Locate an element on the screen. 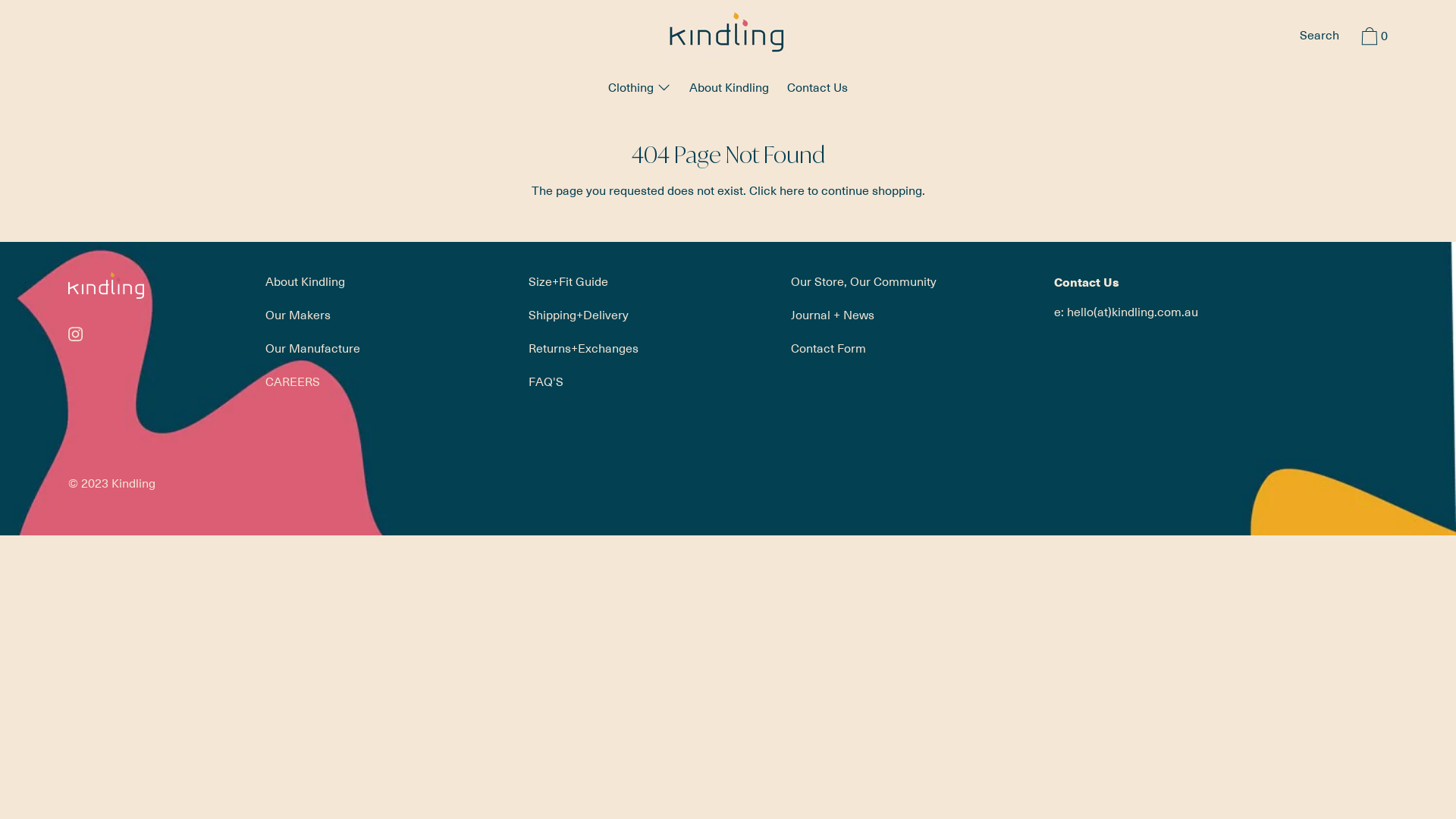 The width and height of the screenshot is (1456, 819). 'Our Makers' is located at coordinates (258, 314).